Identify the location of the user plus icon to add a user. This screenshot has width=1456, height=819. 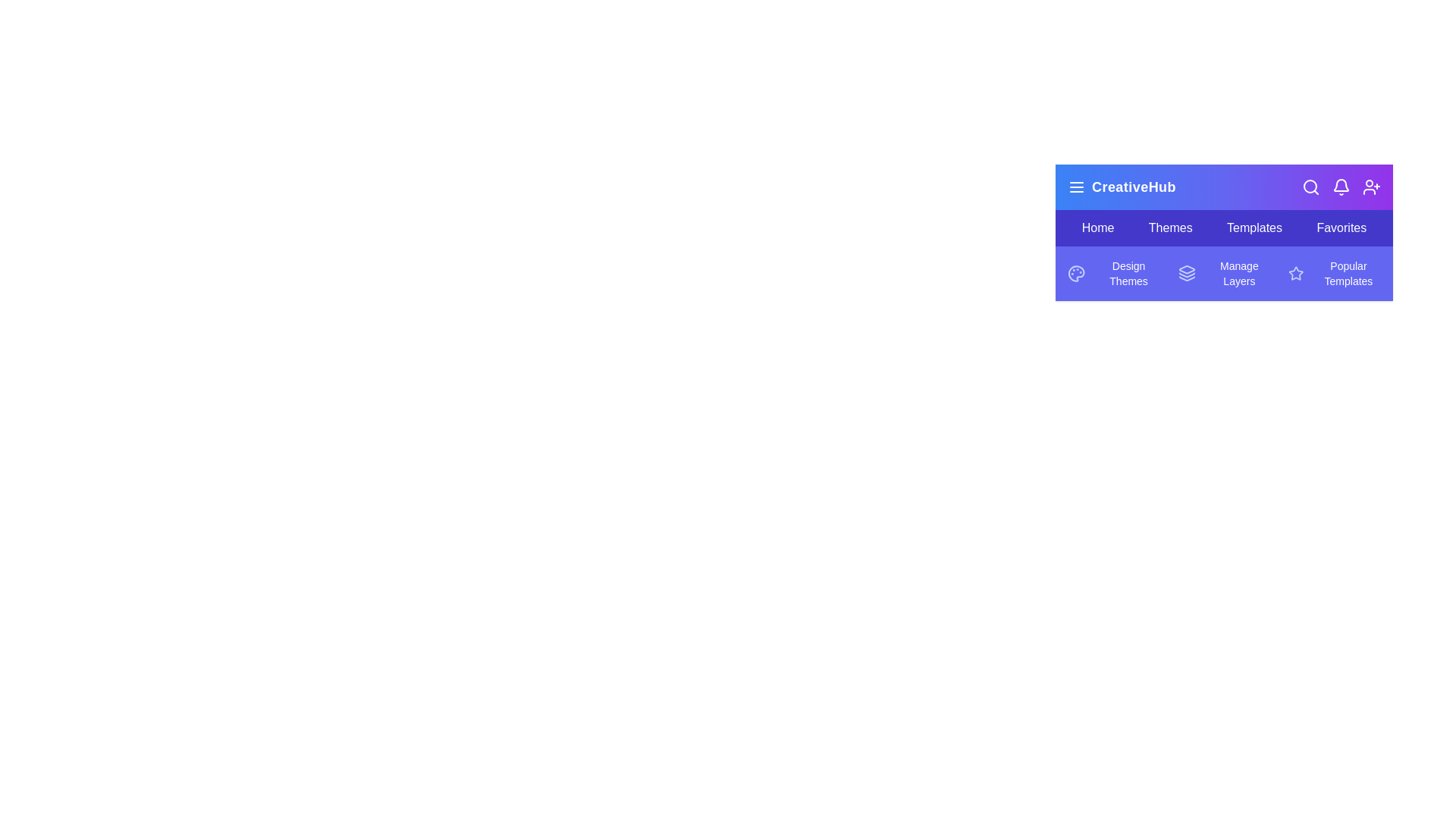
(1372, 186).